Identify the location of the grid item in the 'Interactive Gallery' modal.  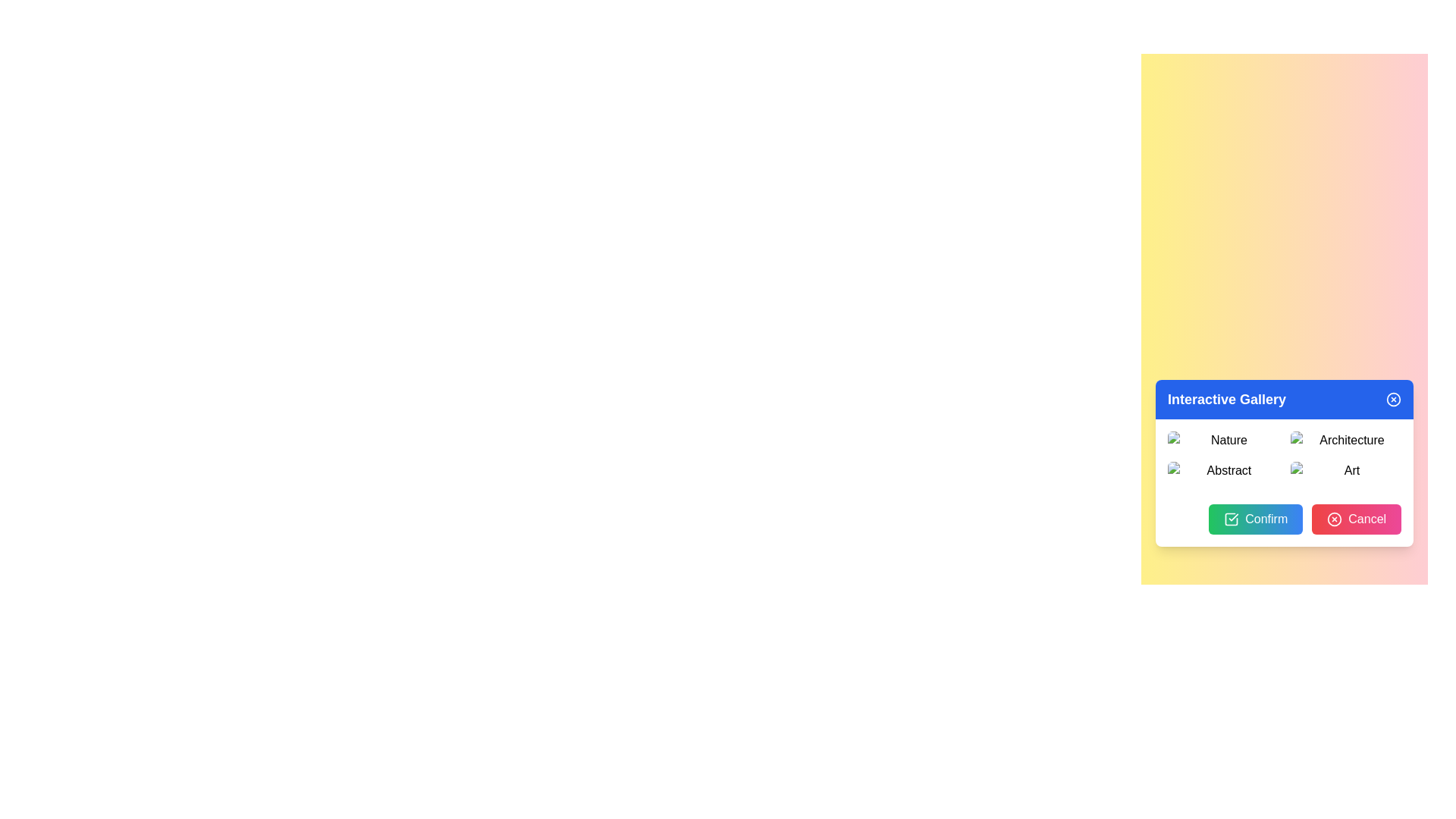
(1284, 455).